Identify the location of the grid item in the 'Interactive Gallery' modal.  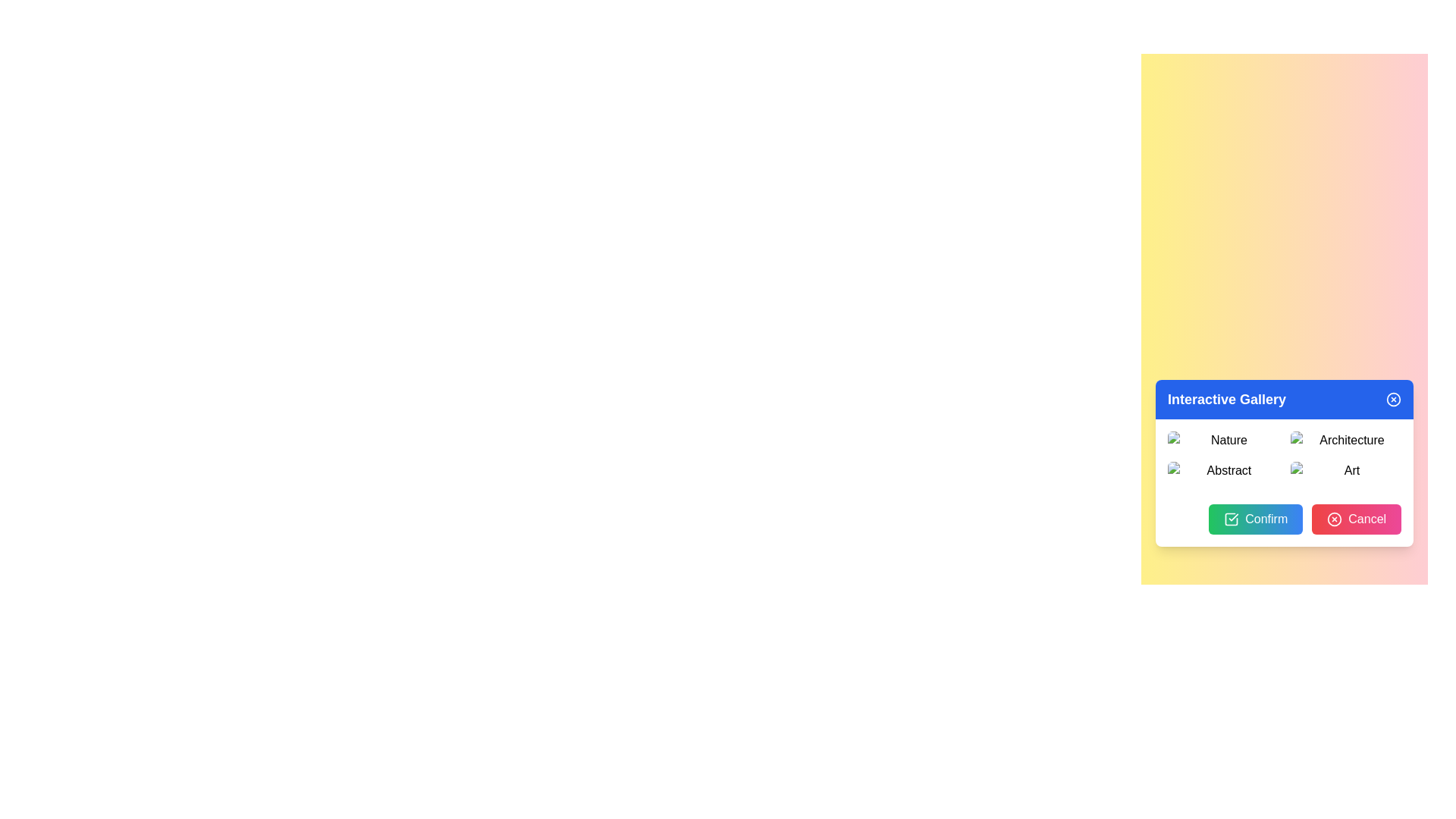
(1284, 455).